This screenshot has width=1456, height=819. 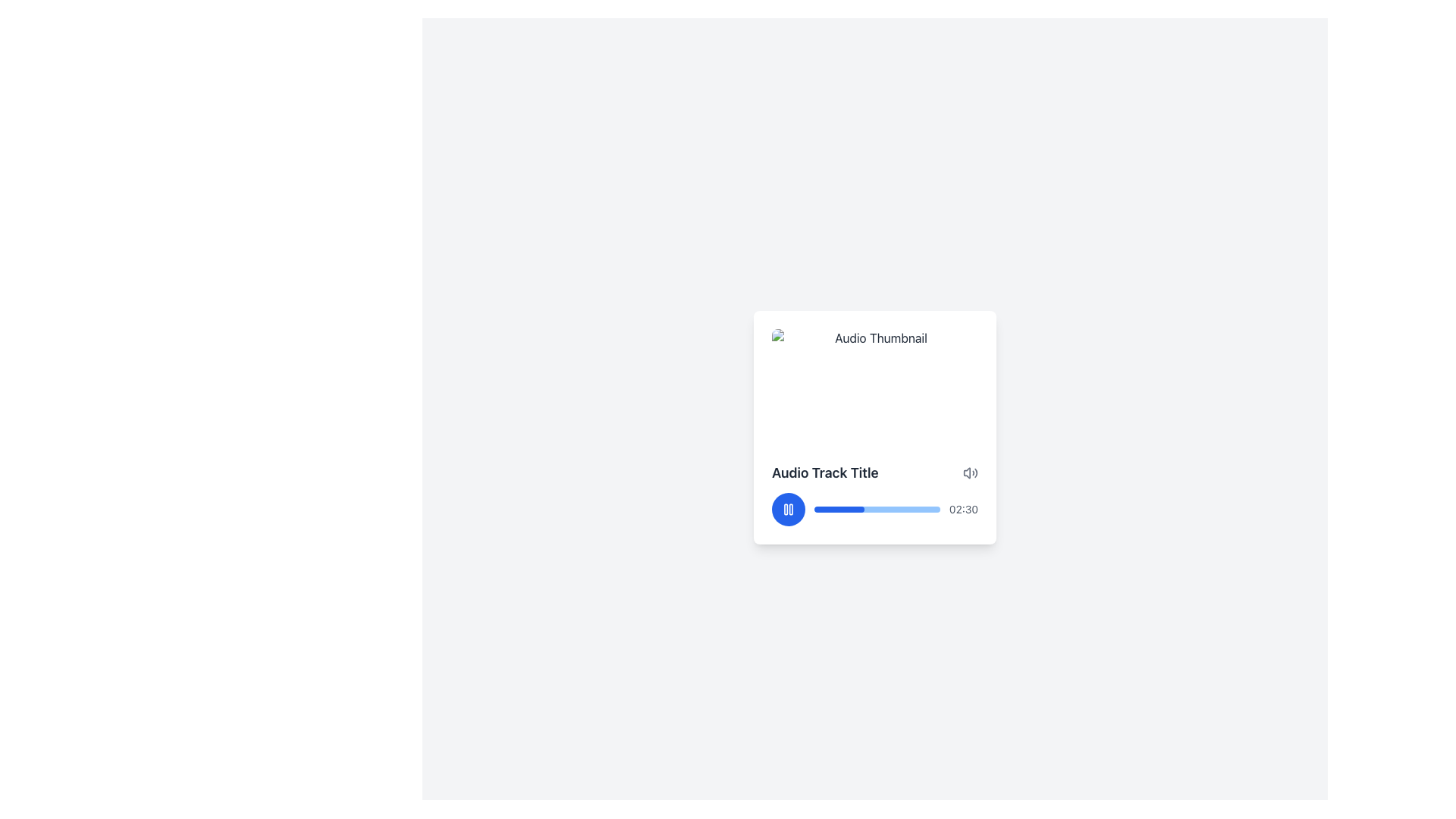 I want to click on the horizontal progress bar located below the audio track title in the audio player interface, which is partially filled to indicate 40% progress, so click(x=877, y=509).